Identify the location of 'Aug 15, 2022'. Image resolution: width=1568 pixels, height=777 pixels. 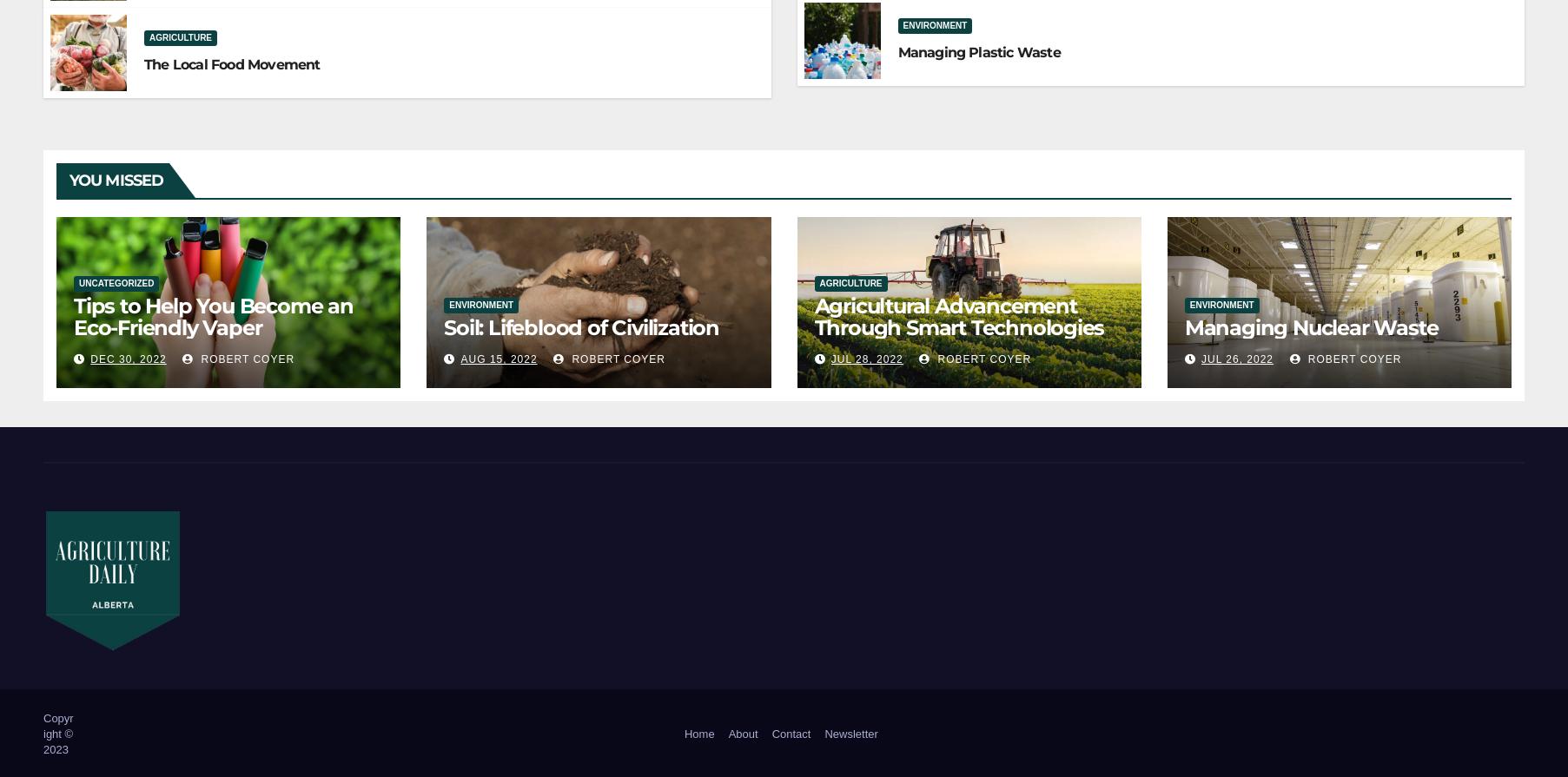
(497, 359).